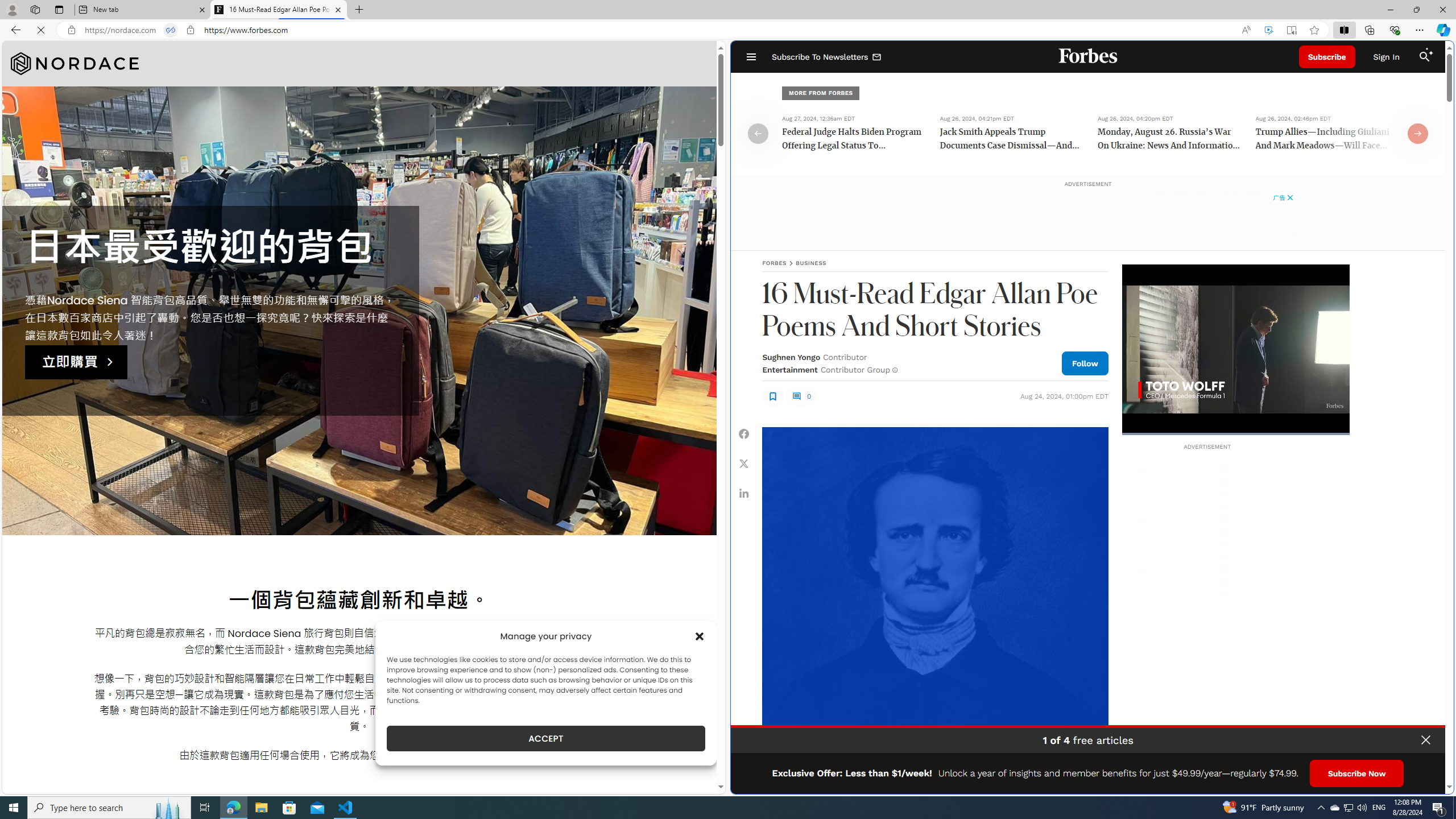 This screenshot has width=1456, height=819. What do you see at coordinates (758, 133) in the screenshot?
I see `'Class: fs-icon fs-icon--arrow-left'` at bounding box center [758, 133].